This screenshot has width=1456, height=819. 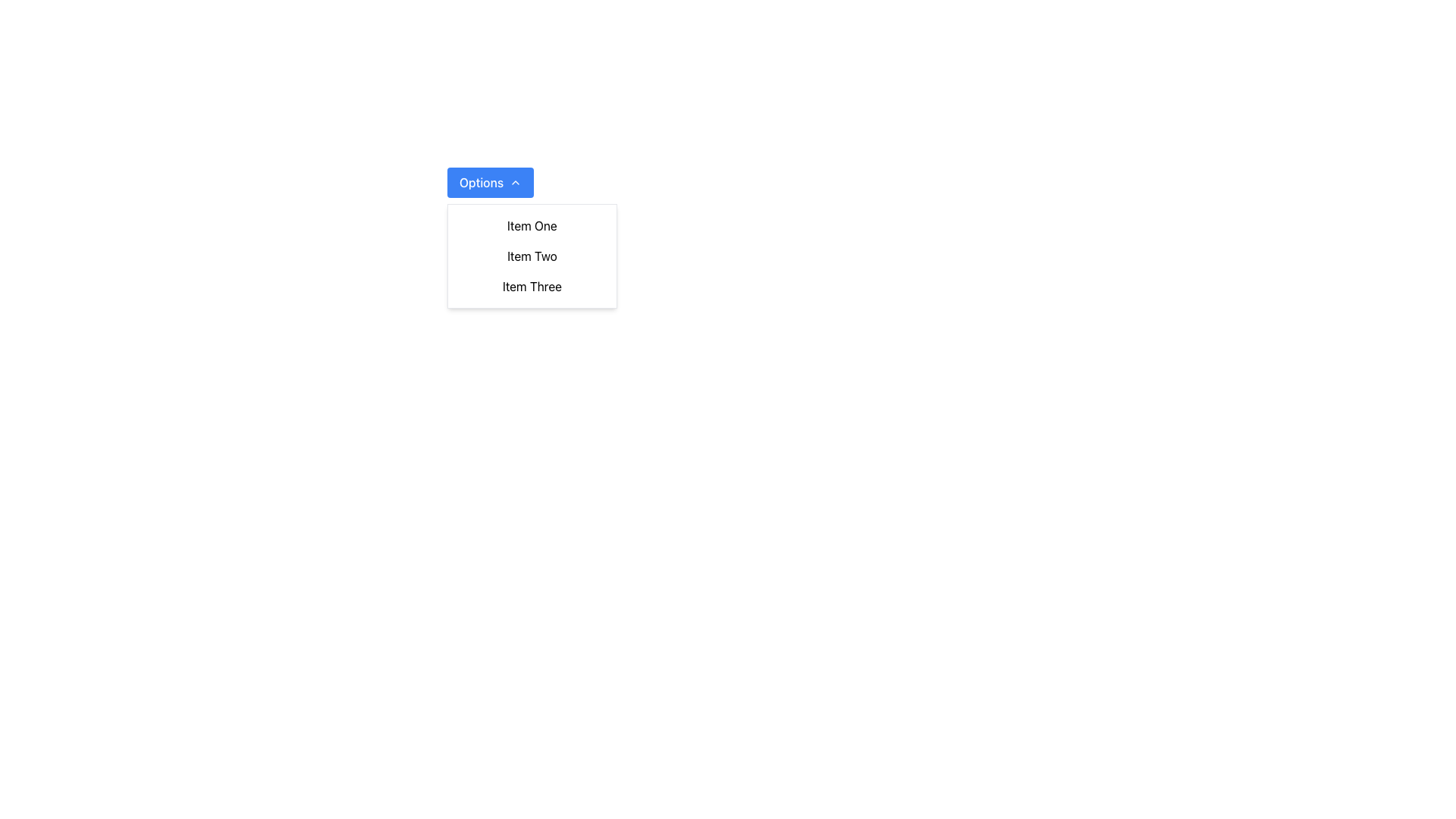 I want to click on the third option in the dropdown menu labeled 'Item Three', so click(x=532, y=287).